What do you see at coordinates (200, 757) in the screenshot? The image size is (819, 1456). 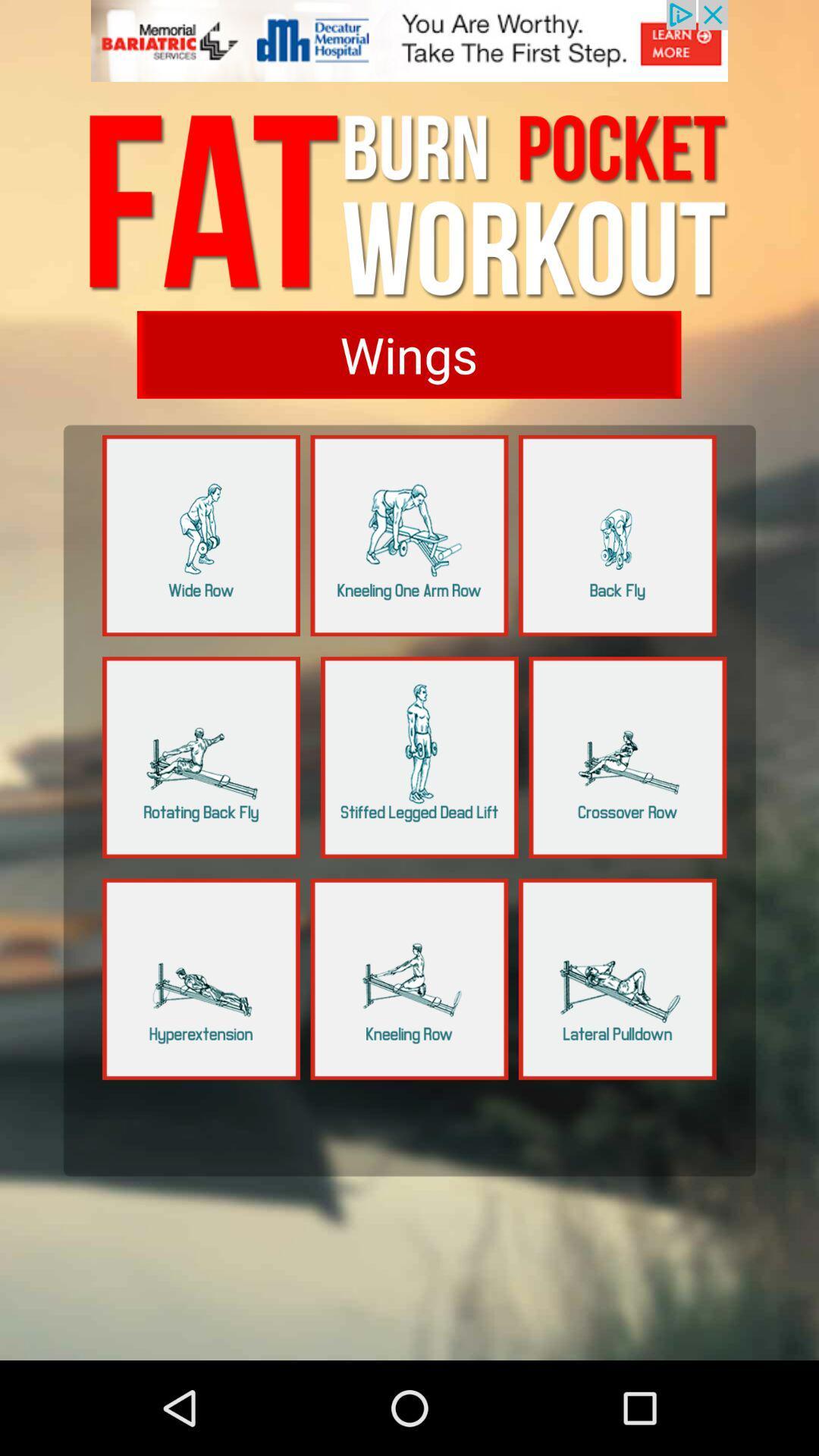 I see `open menu` at bounding box center [200, 757].